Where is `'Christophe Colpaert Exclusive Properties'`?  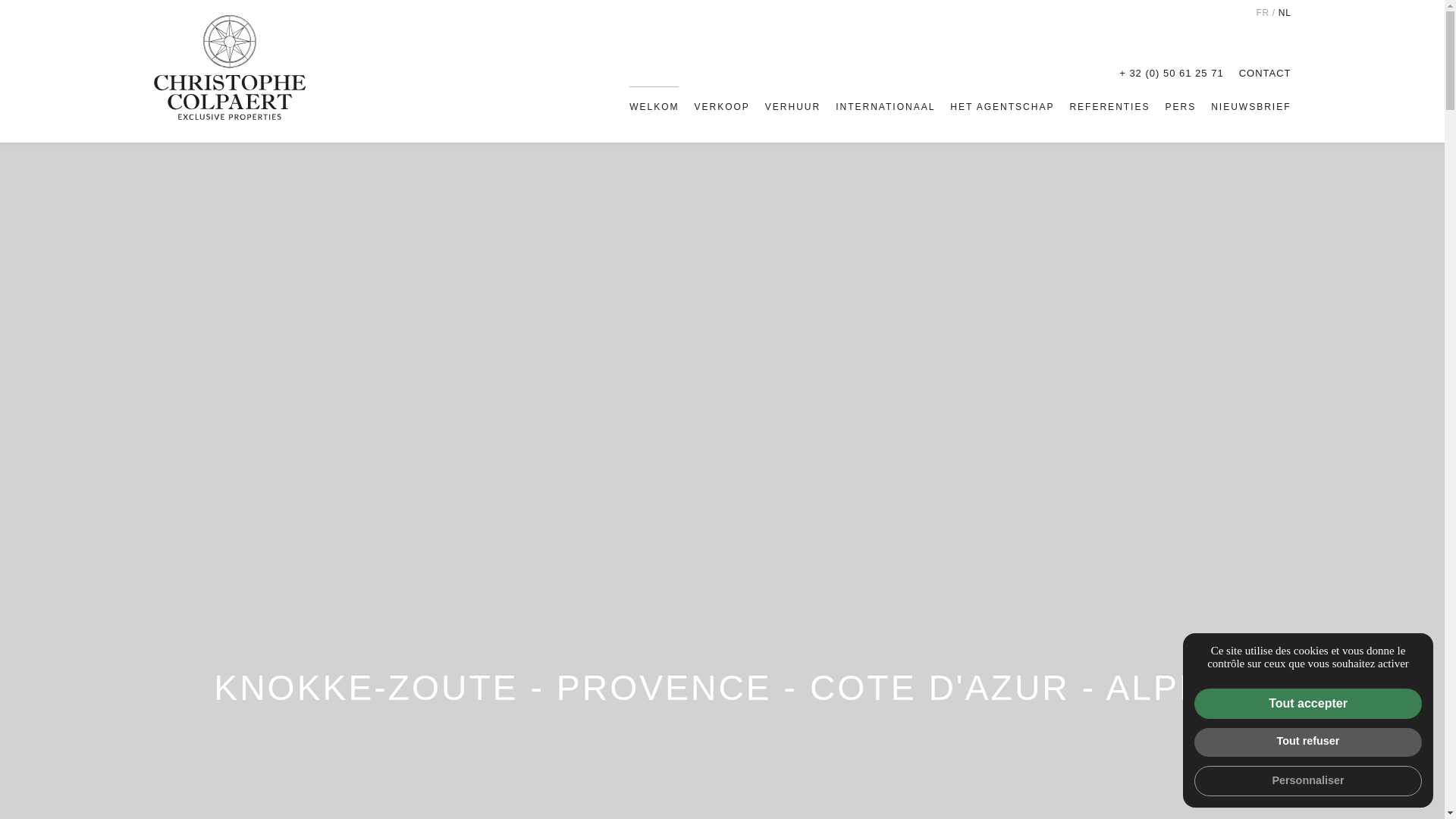
'Christophe Colpaert Exclusive Properties' is located at coordinates (152, 66).